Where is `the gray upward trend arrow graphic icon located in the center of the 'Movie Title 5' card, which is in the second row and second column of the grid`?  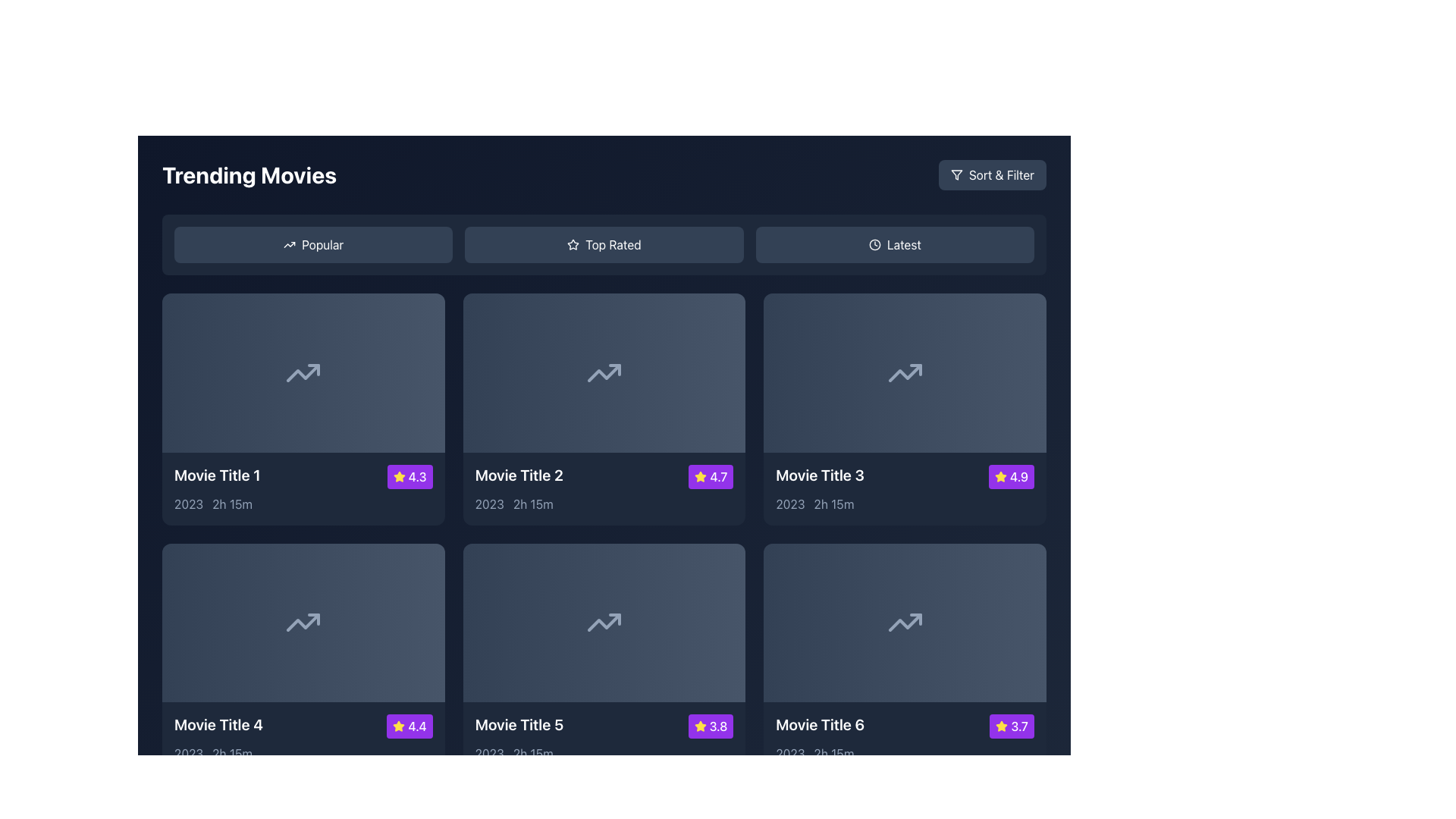
the gray upward trend arrow graphic icon located in the center of the 'Movie Title 5' card, which is in the second row and second column of the grid is located at coordinates (603, 623).